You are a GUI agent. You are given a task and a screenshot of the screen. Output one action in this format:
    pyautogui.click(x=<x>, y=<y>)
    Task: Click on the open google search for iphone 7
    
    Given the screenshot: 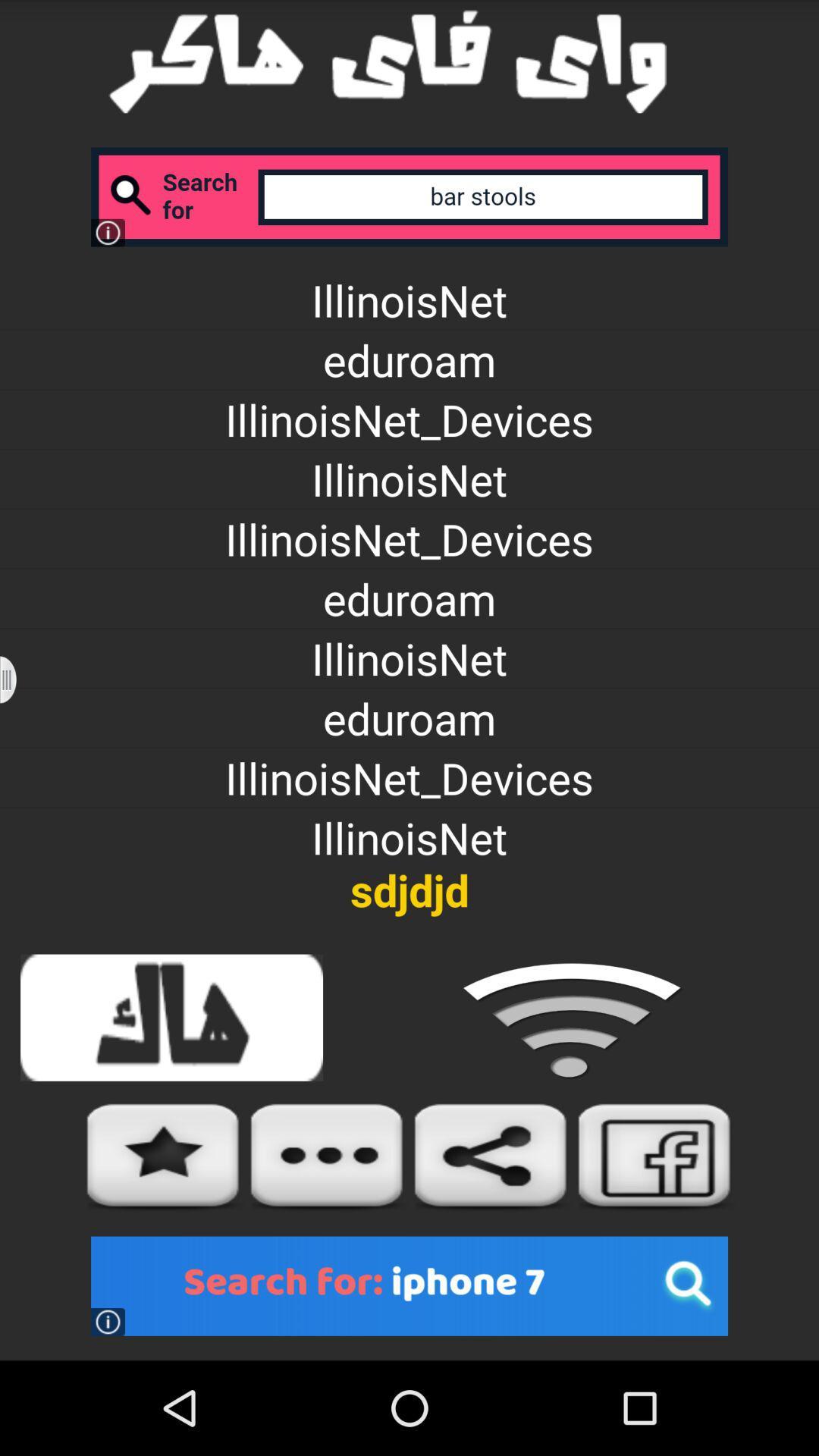 What is the action you would take?
    pyautogui.click(x=409, y=1285)
    